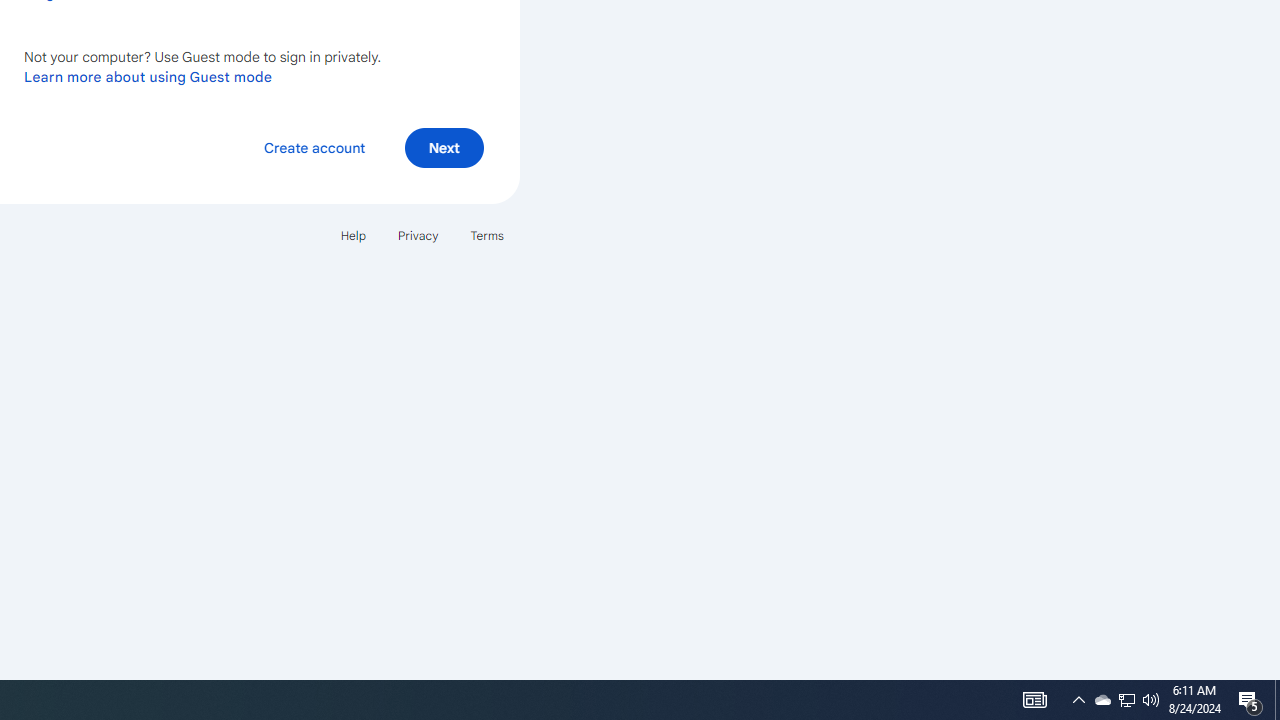 Image resolution: width=1280 pixels, height=720 pixels. Describe the element at coordinates (147, 75) in the screenshot. I see `'Learn more about using Guest mode'` at that location.